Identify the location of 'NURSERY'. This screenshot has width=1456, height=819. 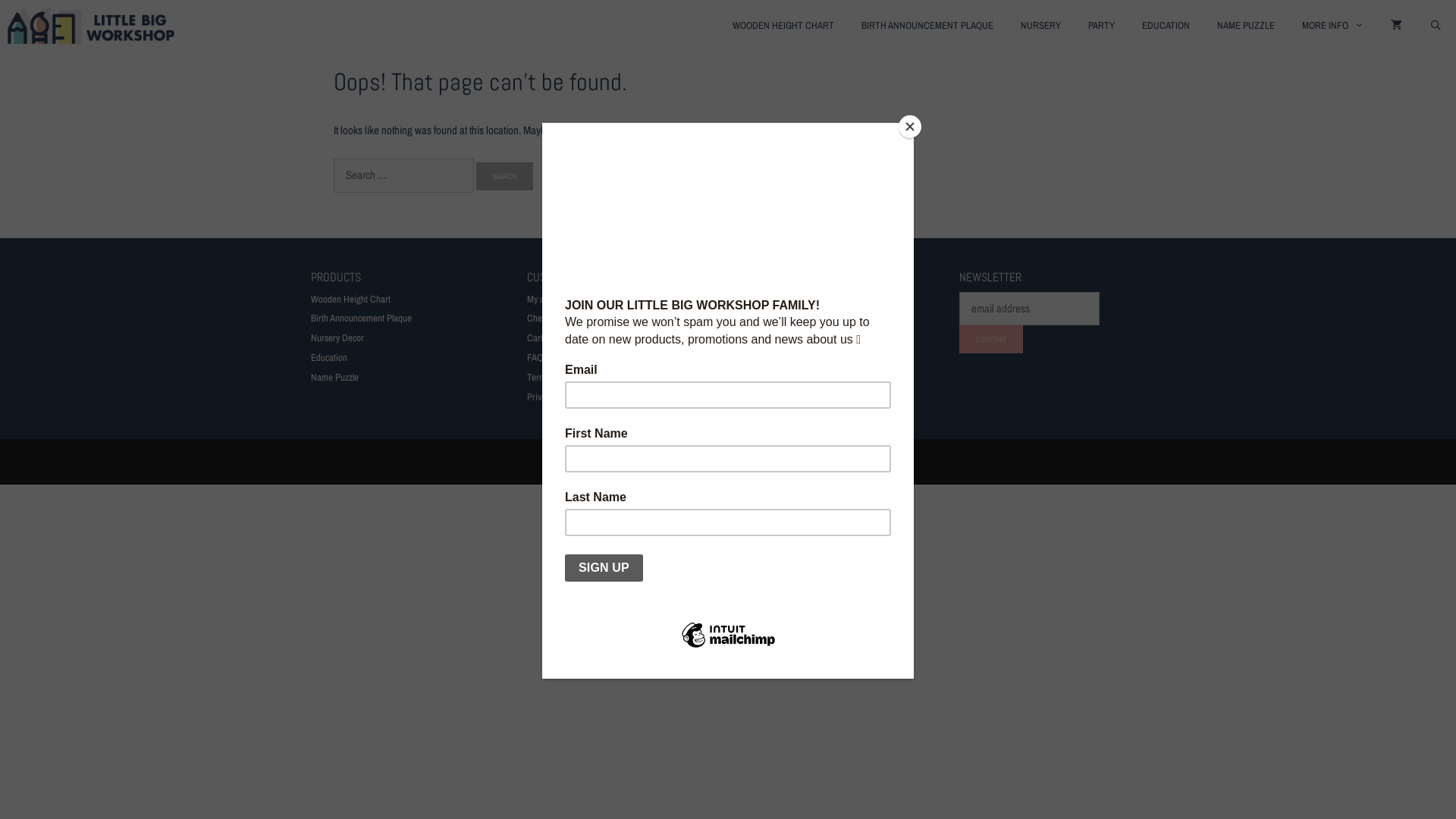
(1040, 26).